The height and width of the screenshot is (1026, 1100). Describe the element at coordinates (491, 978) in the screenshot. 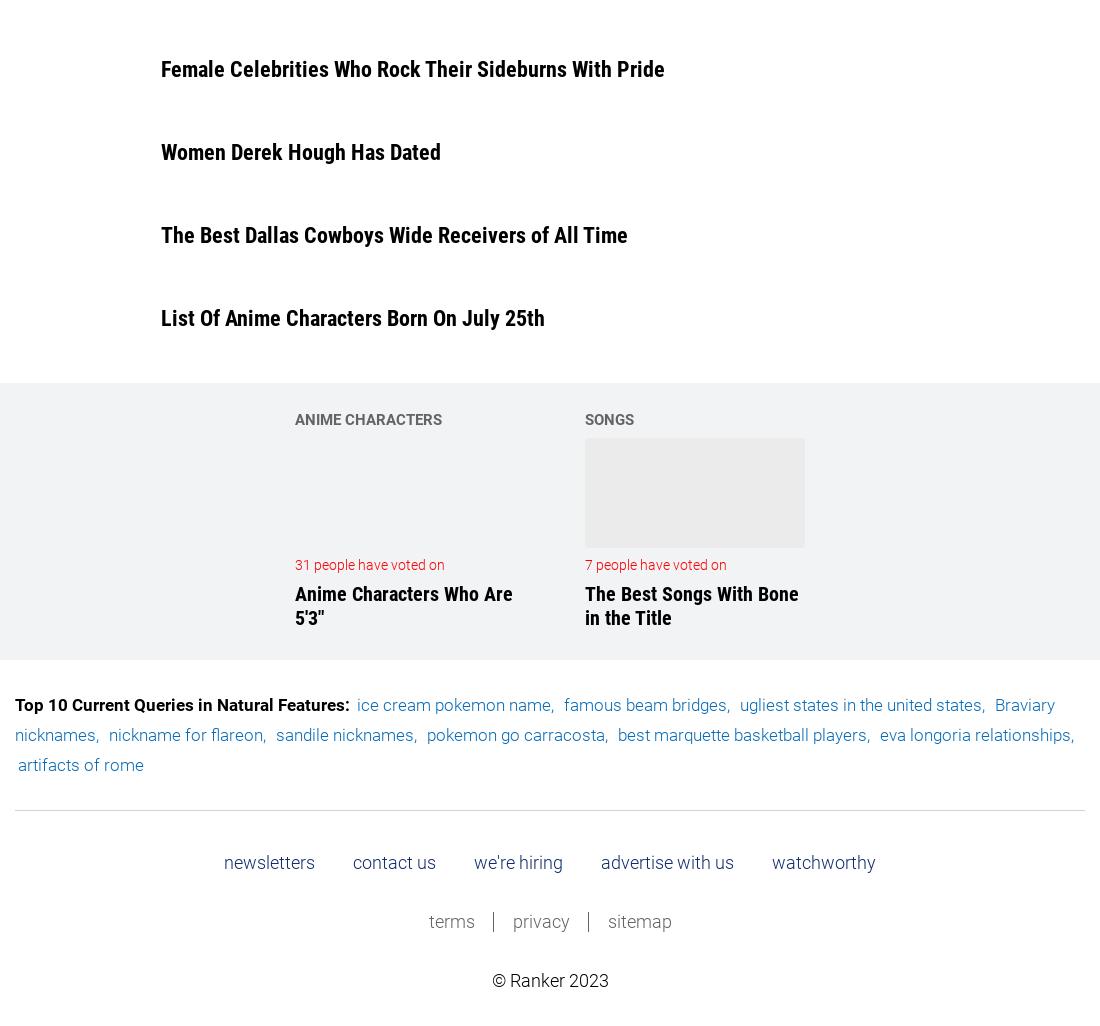

I see `'© Ranker 2023'` at that location.